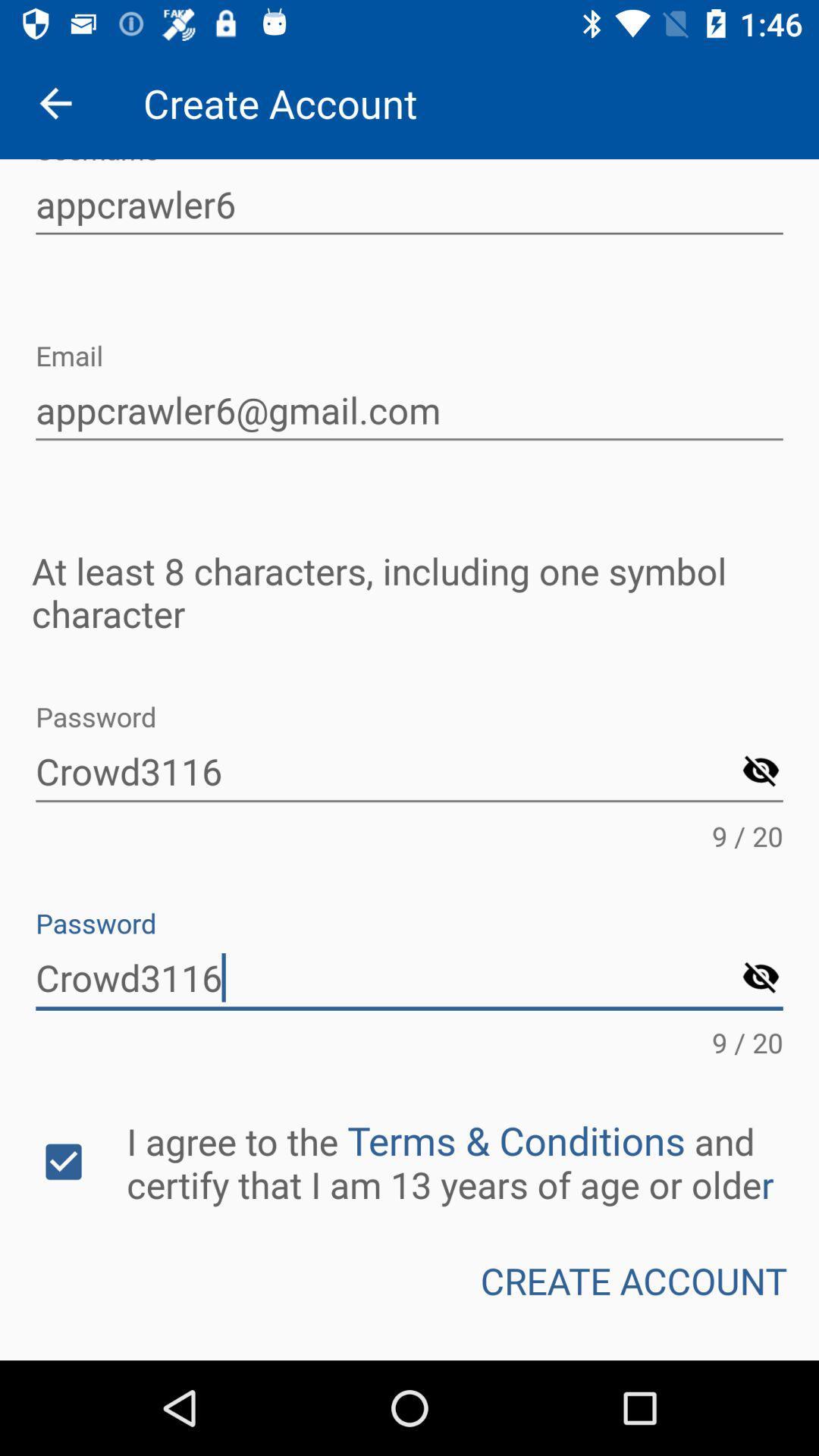 This screenshot has width=819, height=1456. I want to click on next, so click(761, 772).